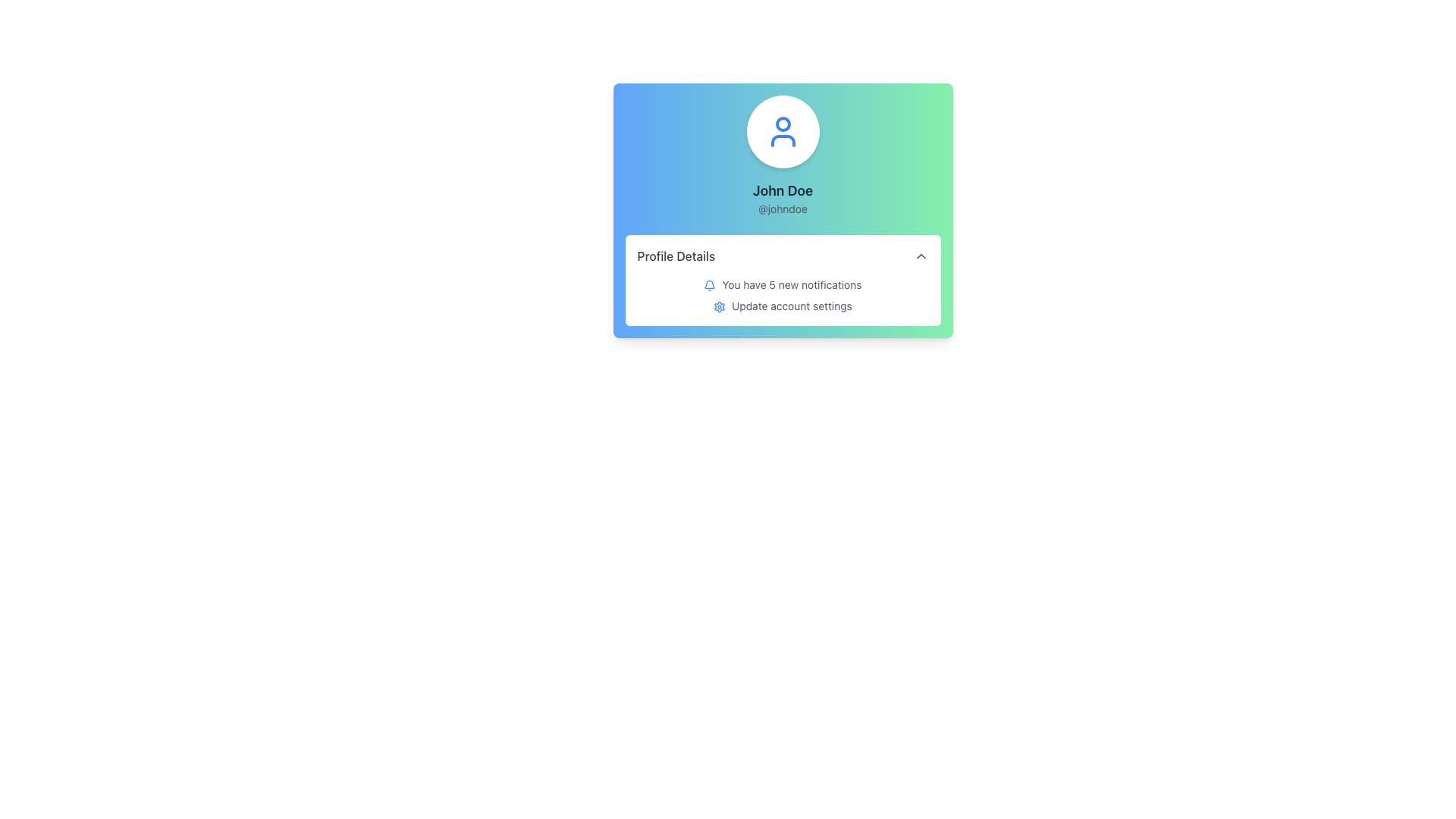 Image resolution: width=1456 pixels, height=819 pixels. I want to click on the Collapsible Header labeled 'Profile Details' with an upward chevron icon on the right, so click(783, 256).